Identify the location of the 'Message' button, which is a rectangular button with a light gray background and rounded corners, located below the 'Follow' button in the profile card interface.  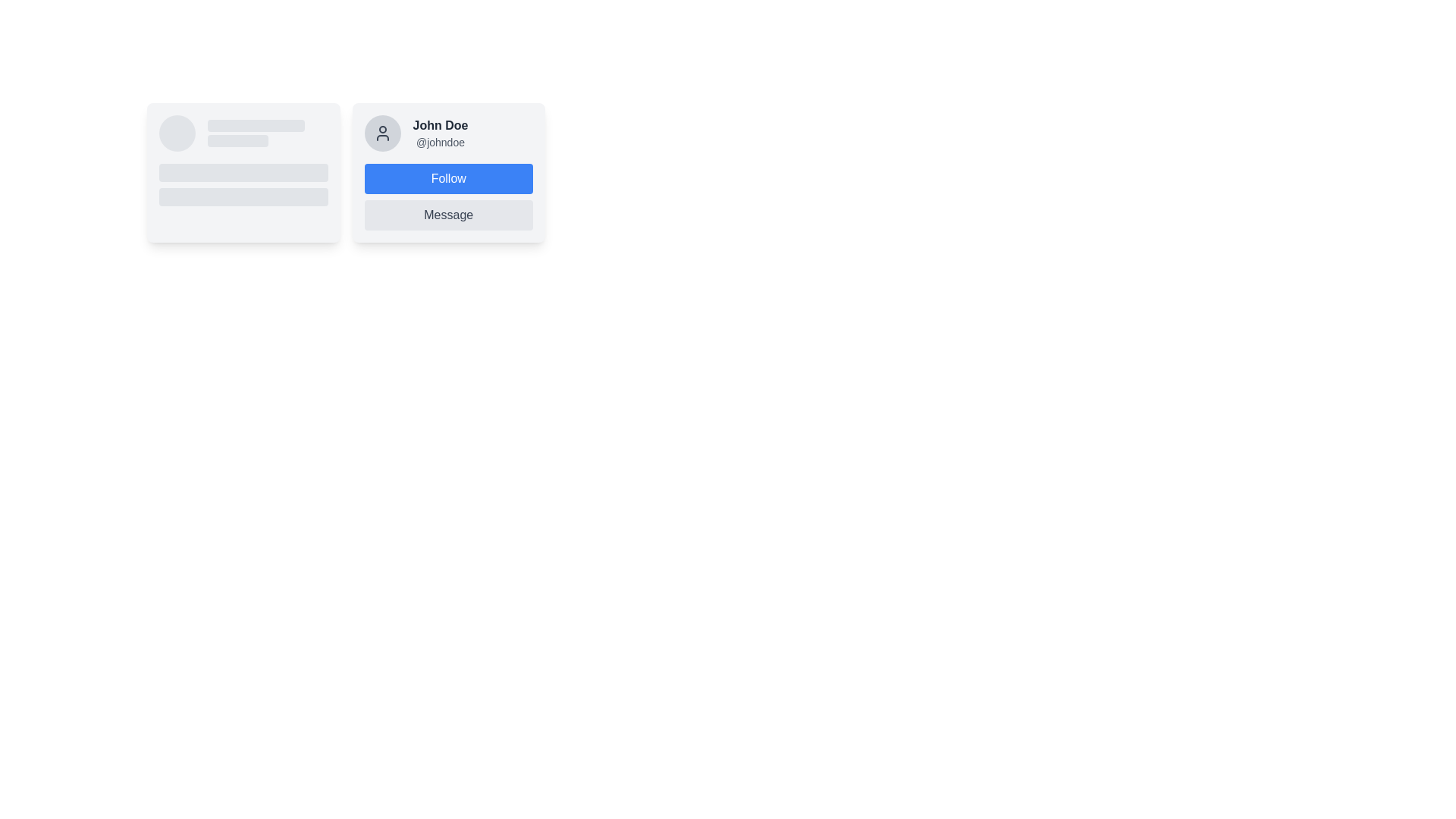
(447, 215).